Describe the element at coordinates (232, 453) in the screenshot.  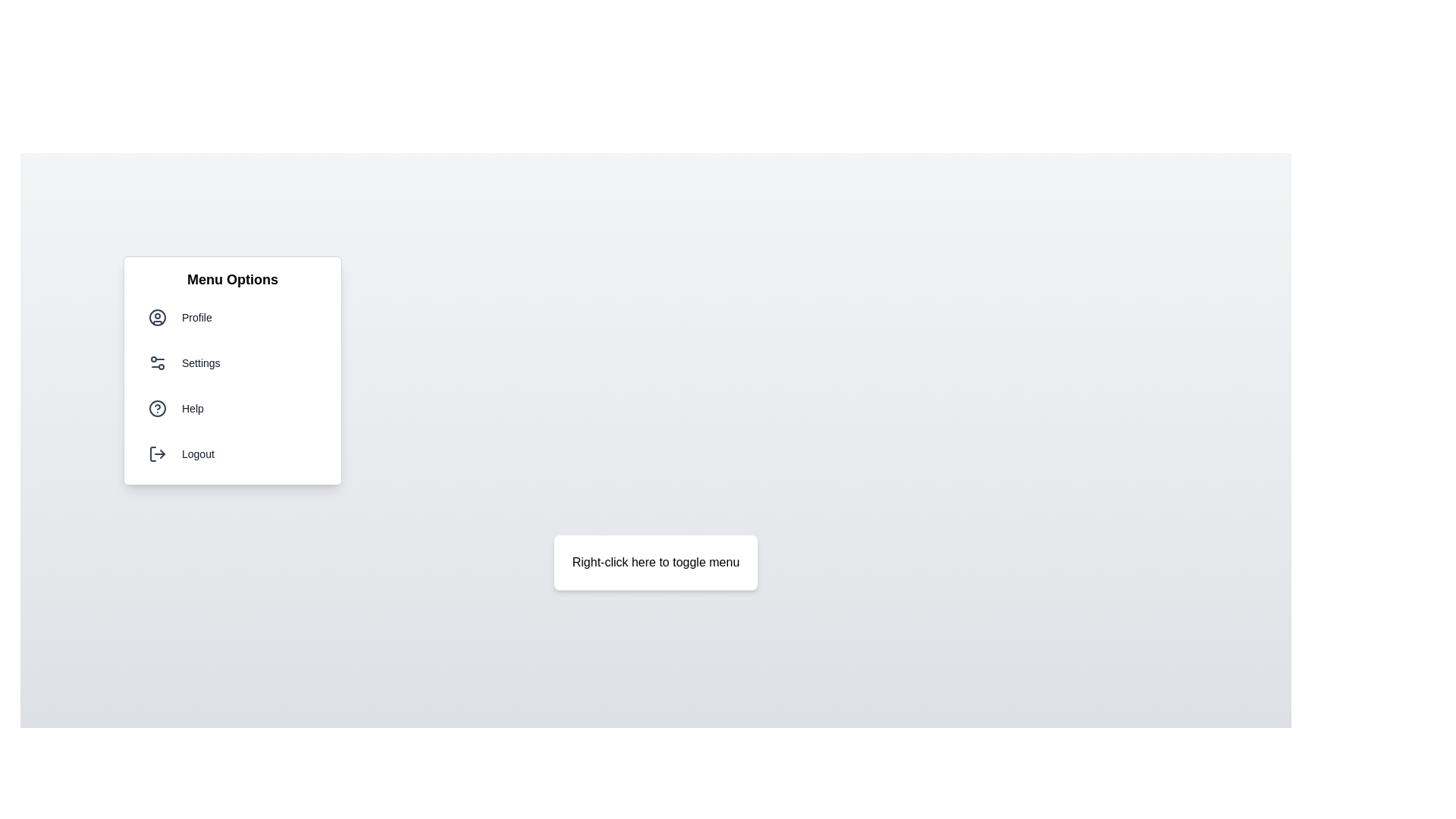
I see `the menu option Logout from the menu` at that location.